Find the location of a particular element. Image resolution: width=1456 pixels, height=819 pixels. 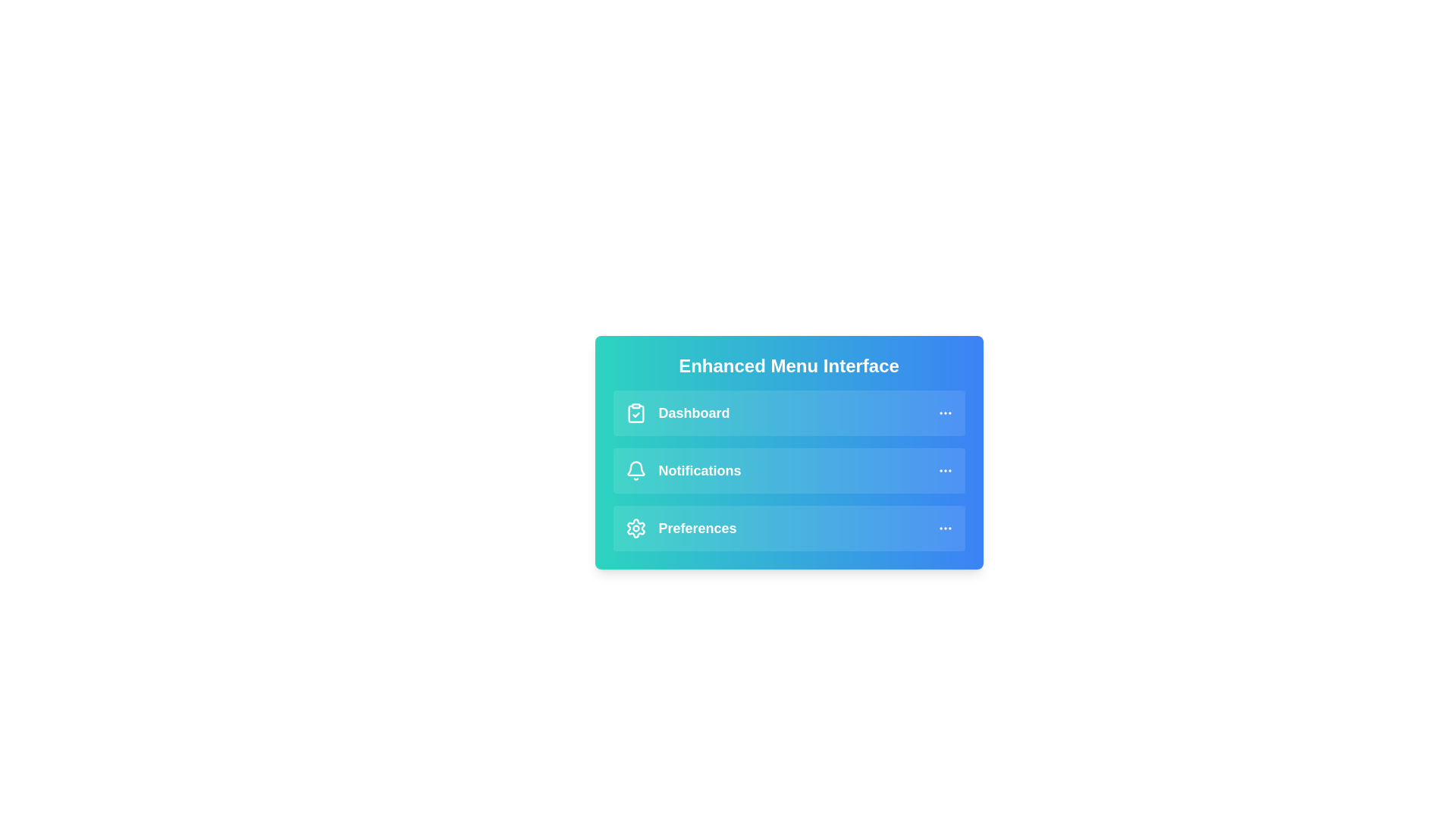

the text label indicating notifications, which is the second item in the vertical menu layout, positioned between 'Dashboard' and 'Preferences' is located at coordinates (698, 470).